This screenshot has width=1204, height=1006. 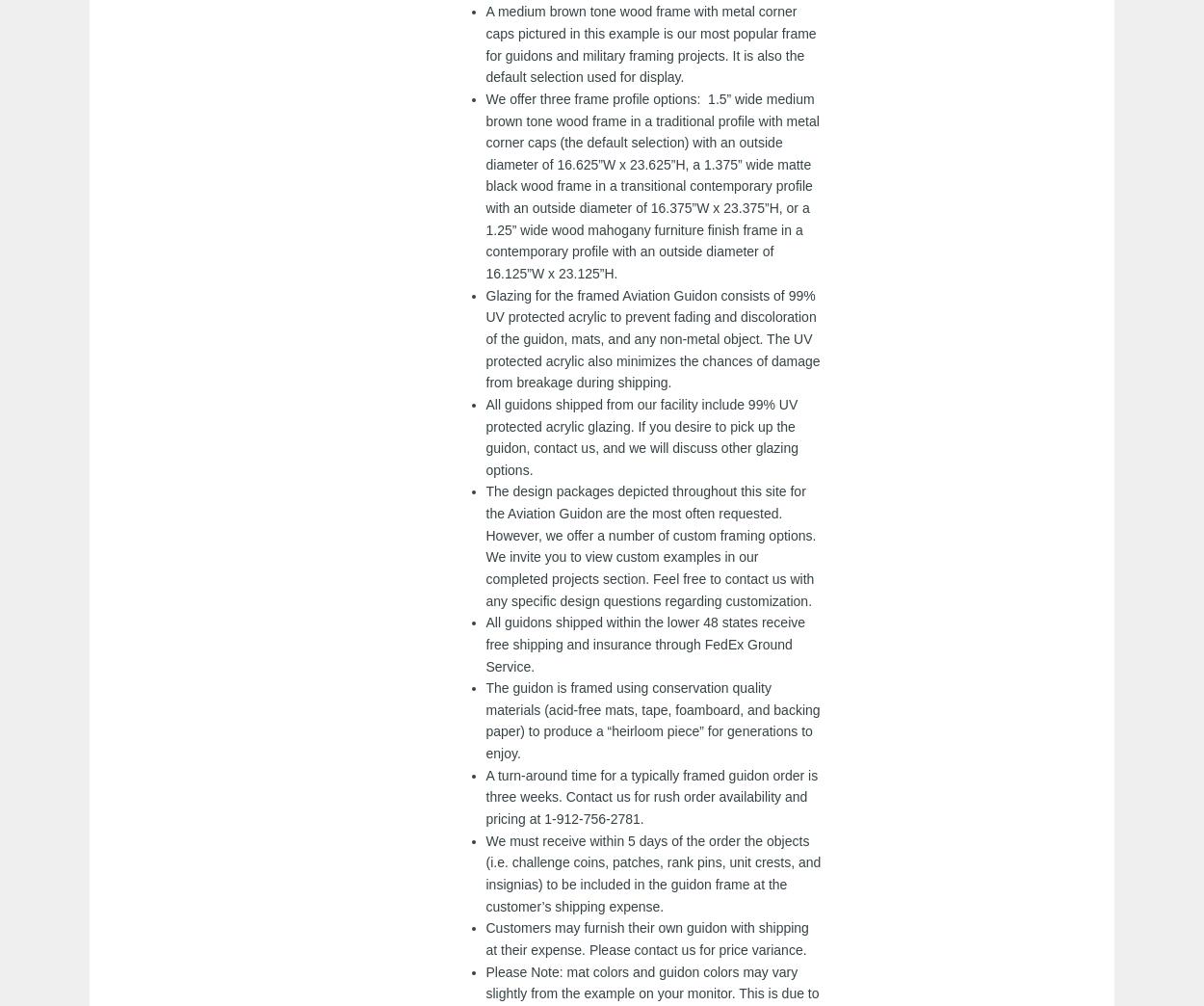 What do you see at coordinates (652, 721) in the screenshot?
I see `'The guidon is framed using conservation quality materials (acid-free mats, tape, foamboard, and backing paper) to produce a “heirloom piece” for generations to enjoy.'` at bounding box center [652, 721].